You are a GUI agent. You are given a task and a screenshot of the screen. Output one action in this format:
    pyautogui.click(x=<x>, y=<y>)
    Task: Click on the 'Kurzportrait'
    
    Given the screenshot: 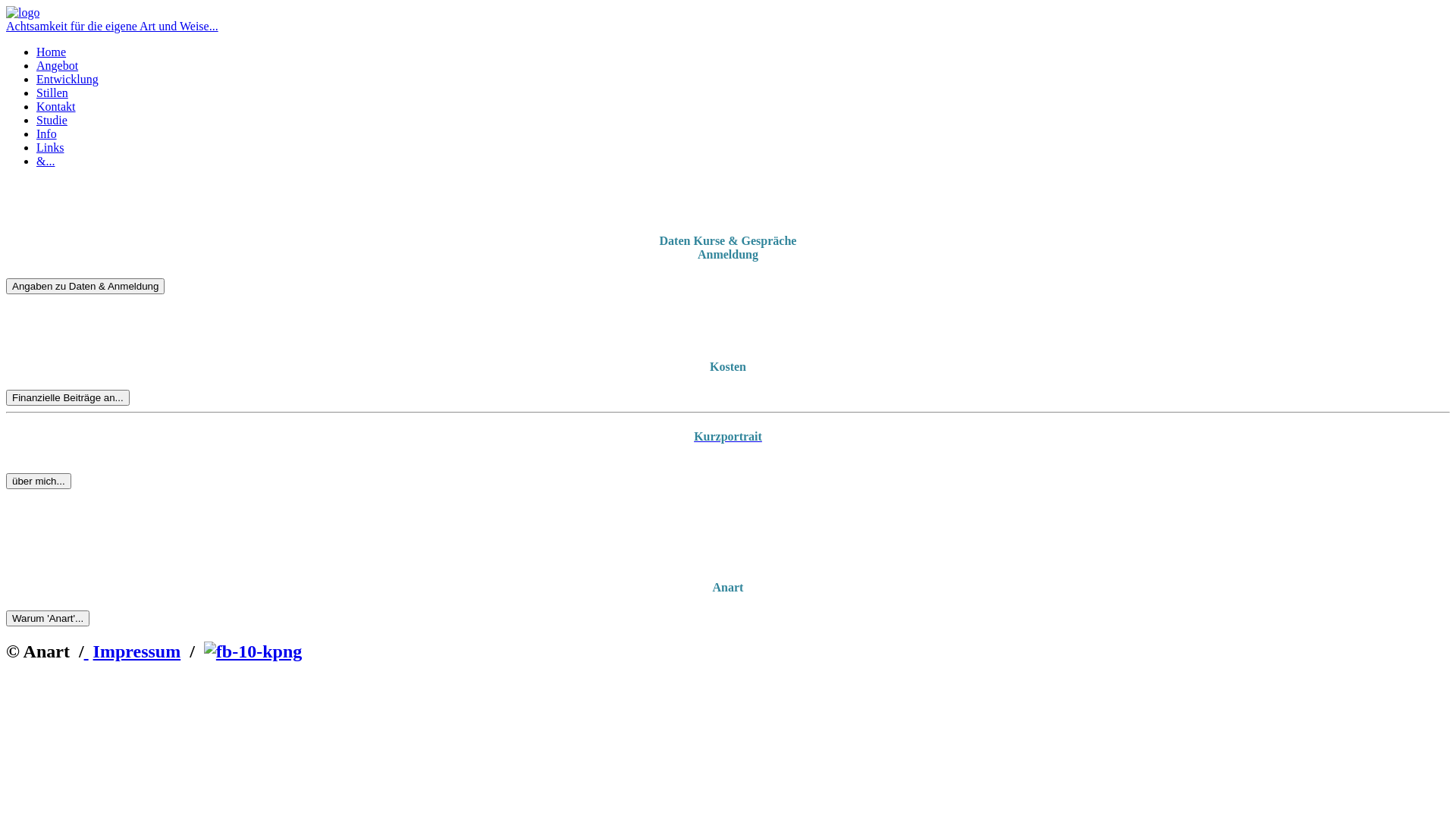 What is the action you would take?
    pyautogui.click(x=728, y=436)
    